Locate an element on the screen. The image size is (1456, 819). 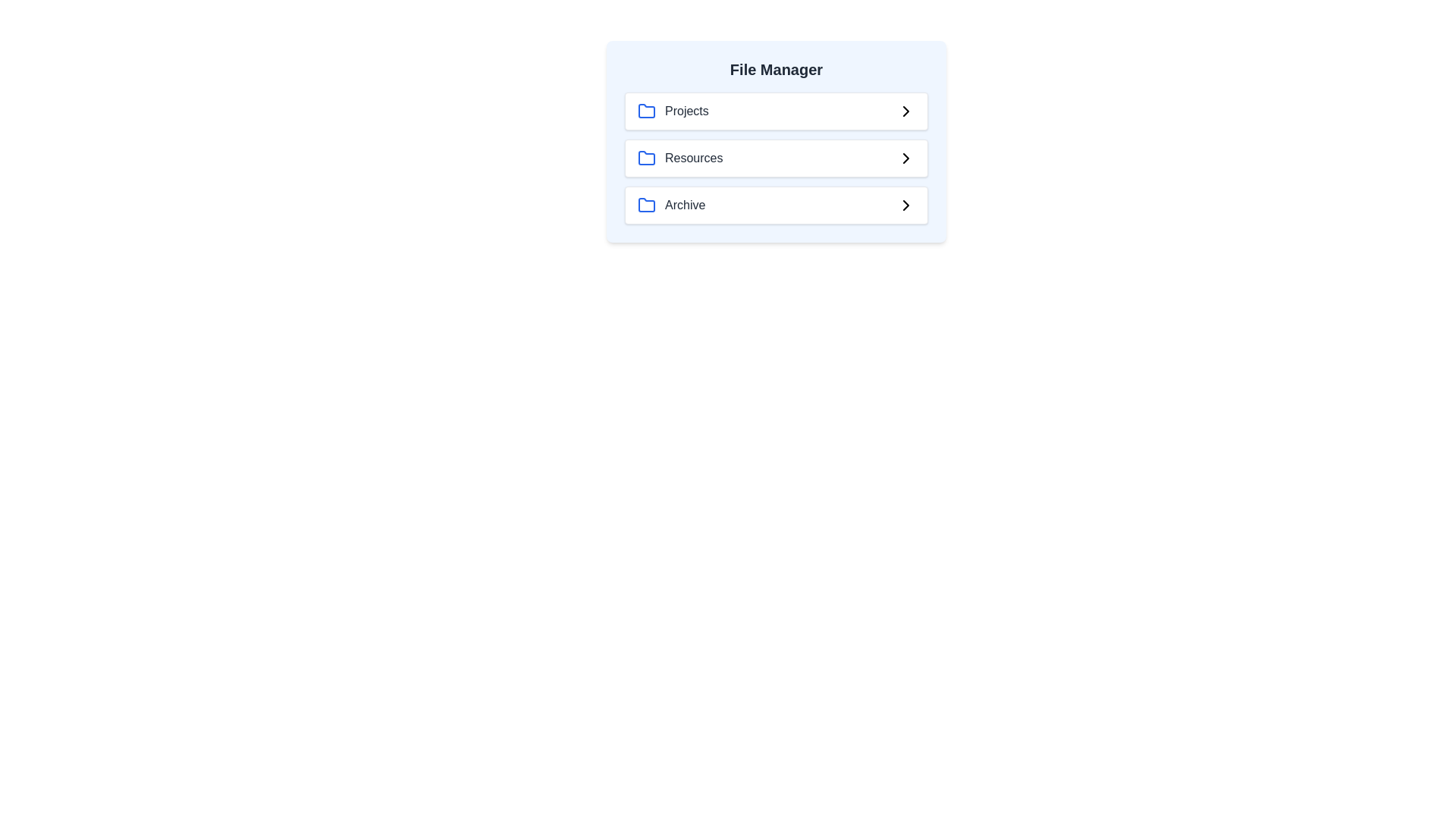
the 'Projects' list item is located at coordinates (672, 110).